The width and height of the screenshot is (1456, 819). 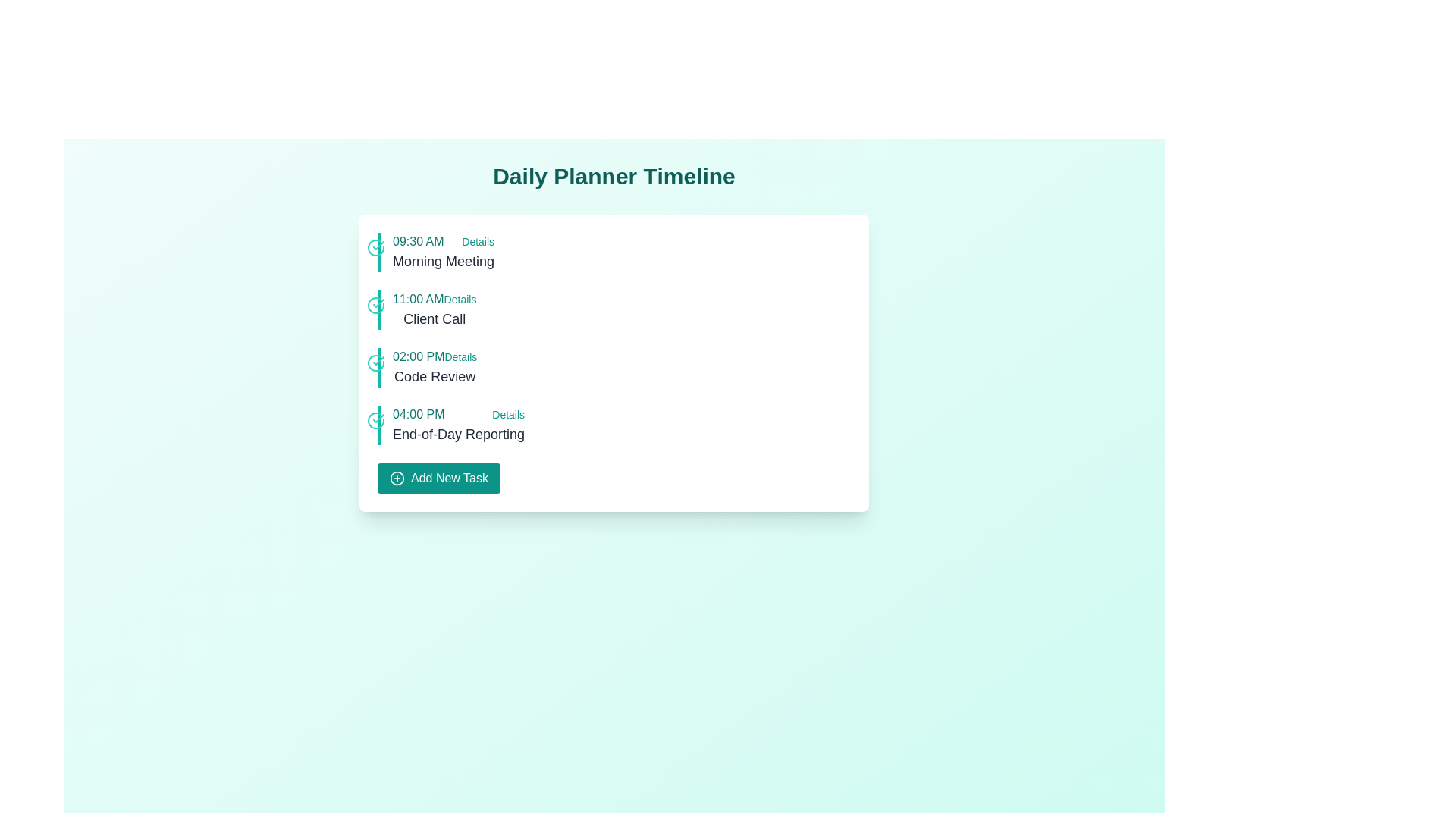 I want to click on the teal check mark icon within its circular frame, which indicates completed status, located to the left of the '04:00 PM End-of-Day Reporting' timeline entry, so click(x=378, y=418).